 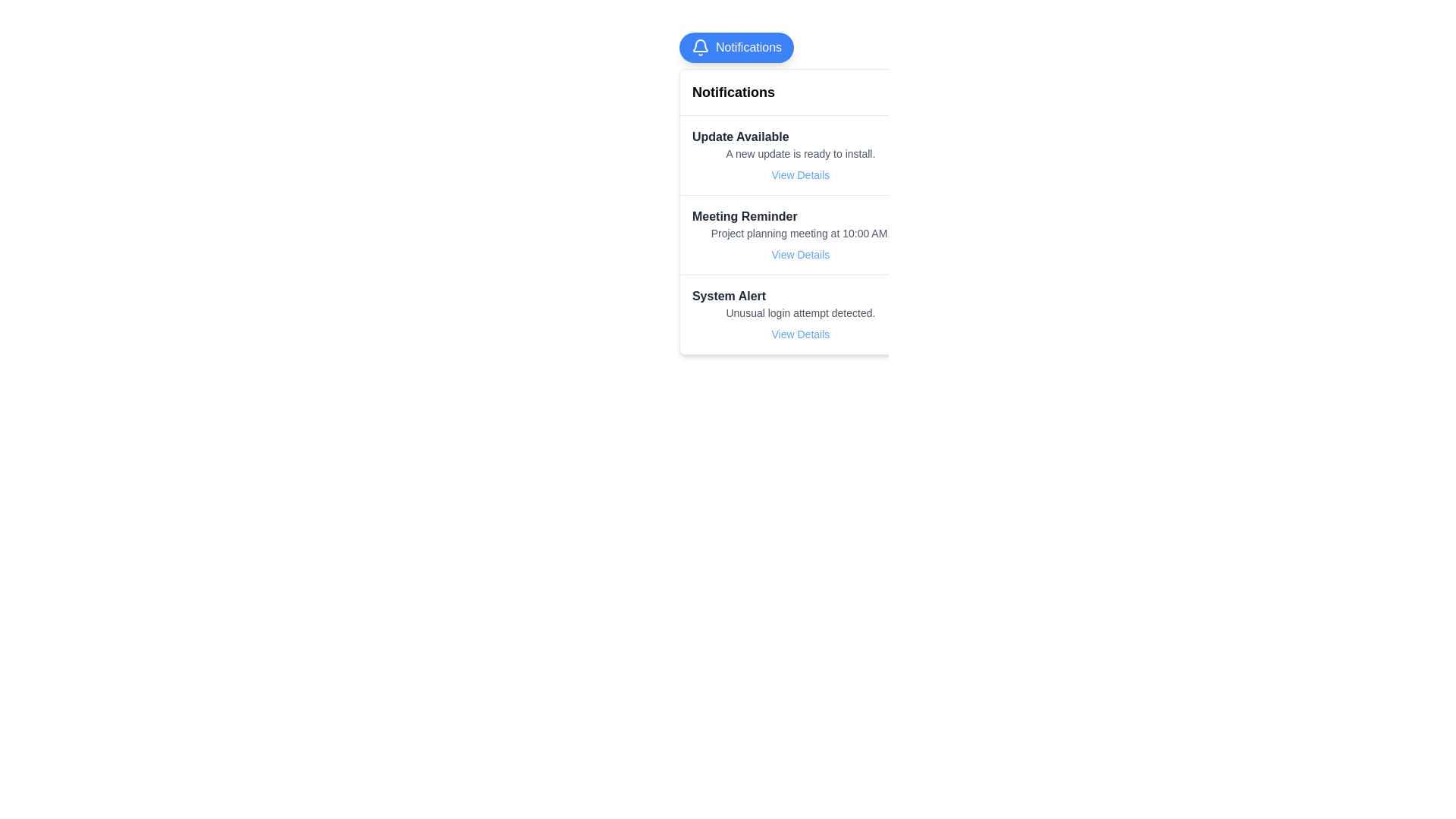 I want to click on the hyperlink located at the bottom of the notification card labeled 'System Alert', positioned centrally below the text 'Unusual login attempt detected', to trigger a visual change, so click(x=800, y=333).